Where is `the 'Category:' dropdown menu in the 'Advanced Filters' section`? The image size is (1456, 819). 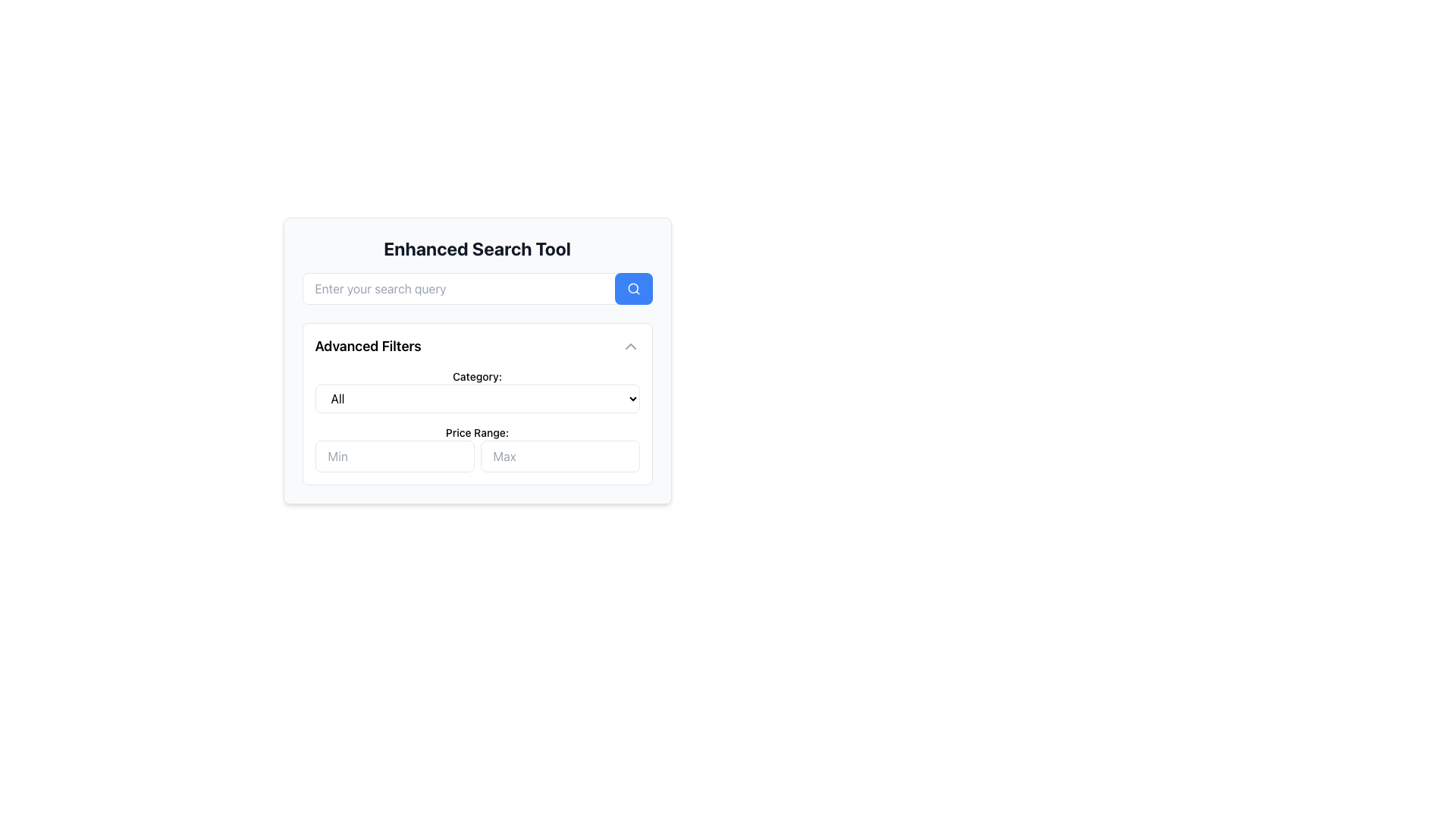 the 'Category:' dropdown menu in the 'Advanced Filters' section is located at coordinates (476, 391).